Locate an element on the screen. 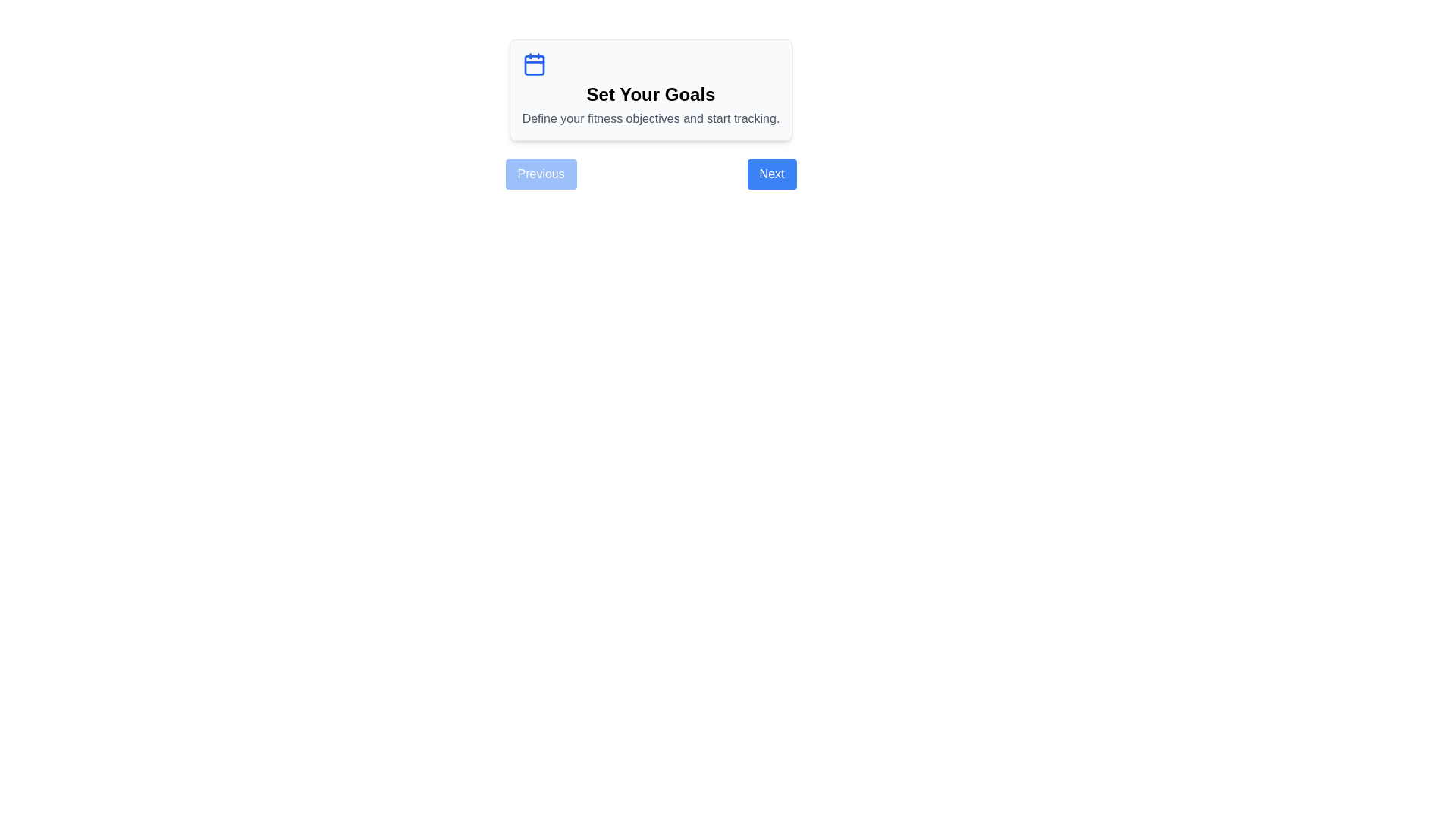  the text label that serves as a header or title at the top-center section of the card interface is located at coordinates (651, 94).